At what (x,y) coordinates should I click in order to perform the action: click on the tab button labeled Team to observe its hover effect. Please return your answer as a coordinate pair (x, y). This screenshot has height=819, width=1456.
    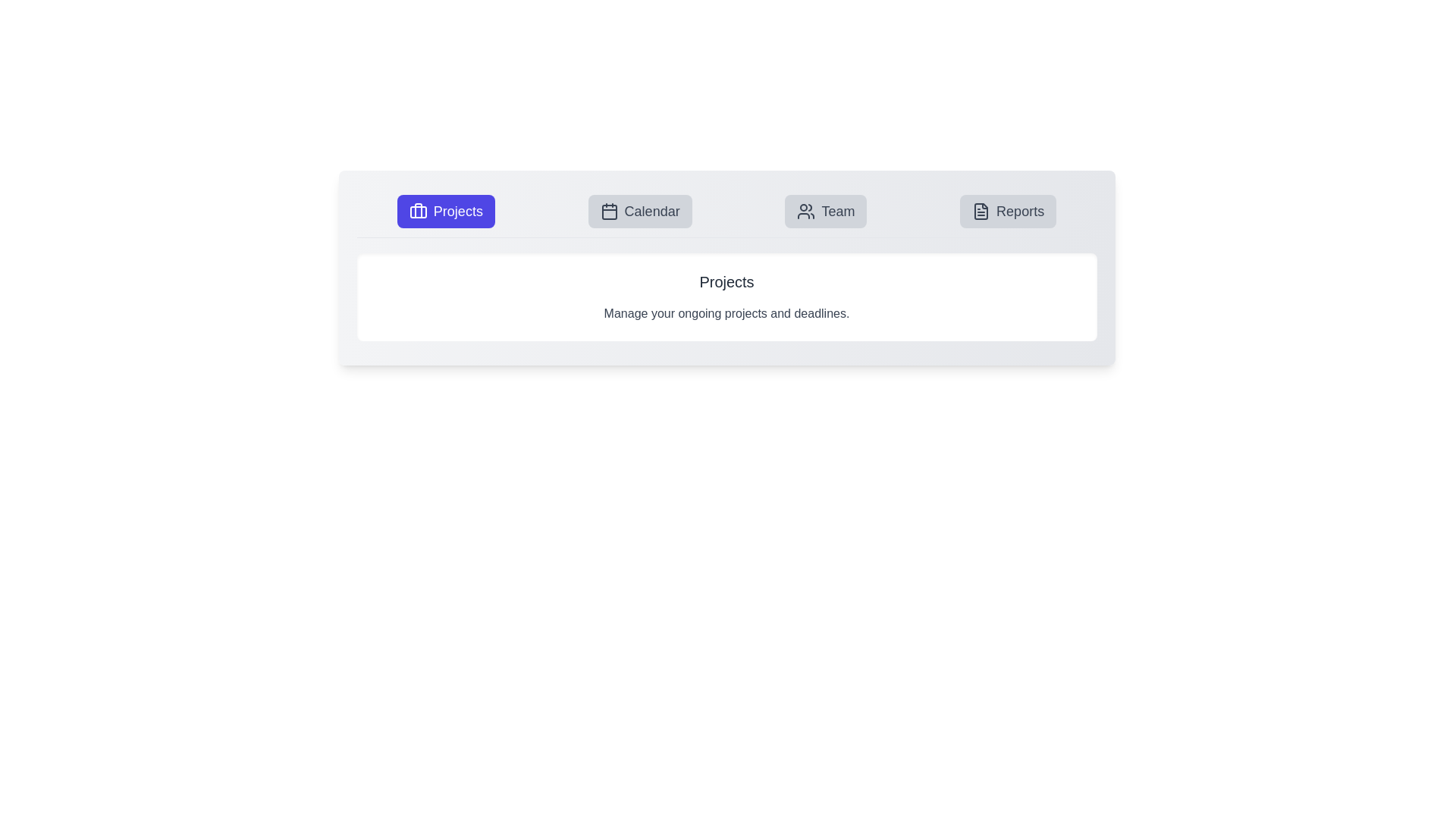
    Looking at the image, I should click on (825, 211).